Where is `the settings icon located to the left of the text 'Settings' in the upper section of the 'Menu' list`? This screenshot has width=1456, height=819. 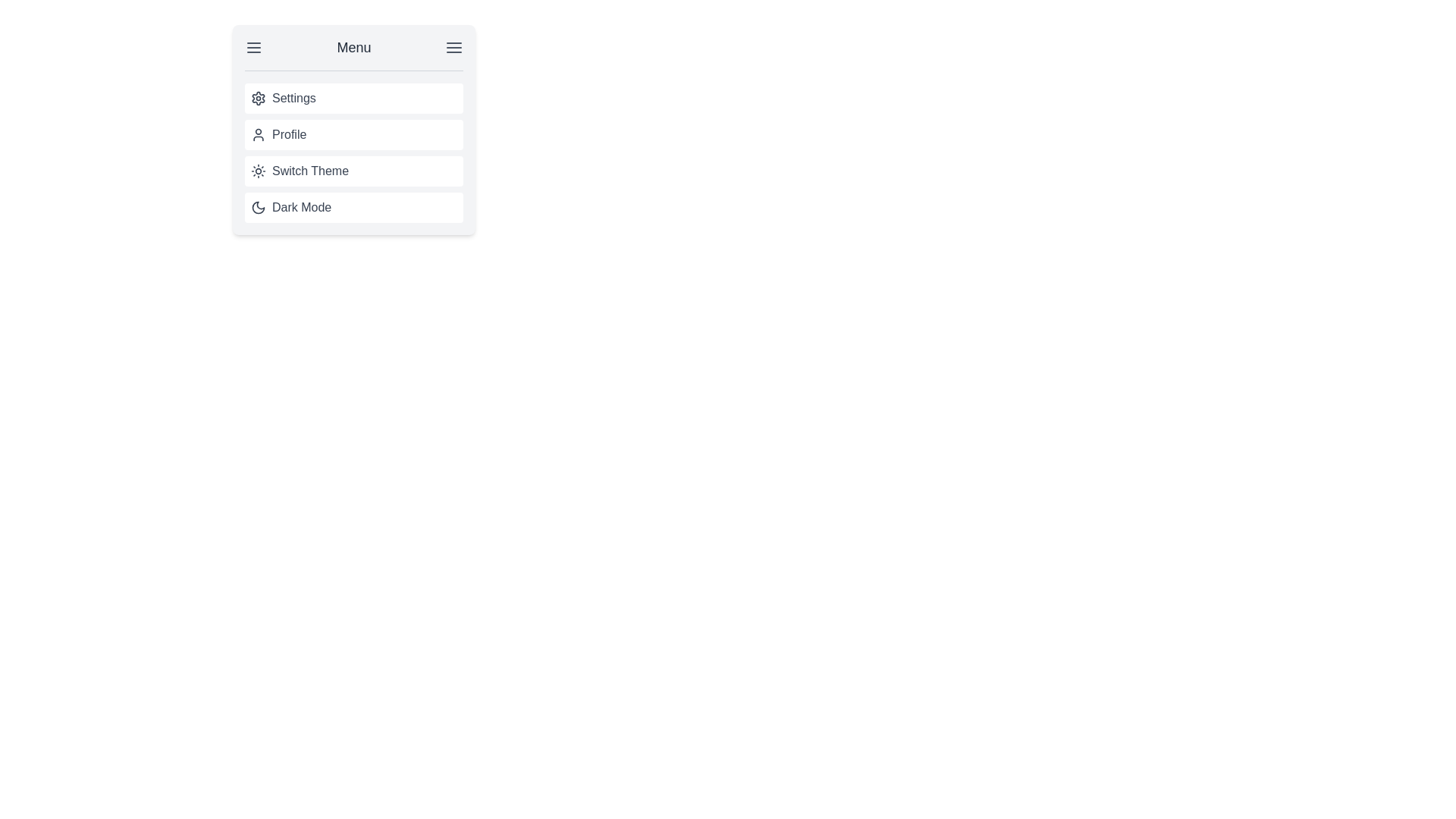
the settings icon located to the left of the text 'Settings' in the upper section of the 'Menu' list is located at coordinates (258, 99).